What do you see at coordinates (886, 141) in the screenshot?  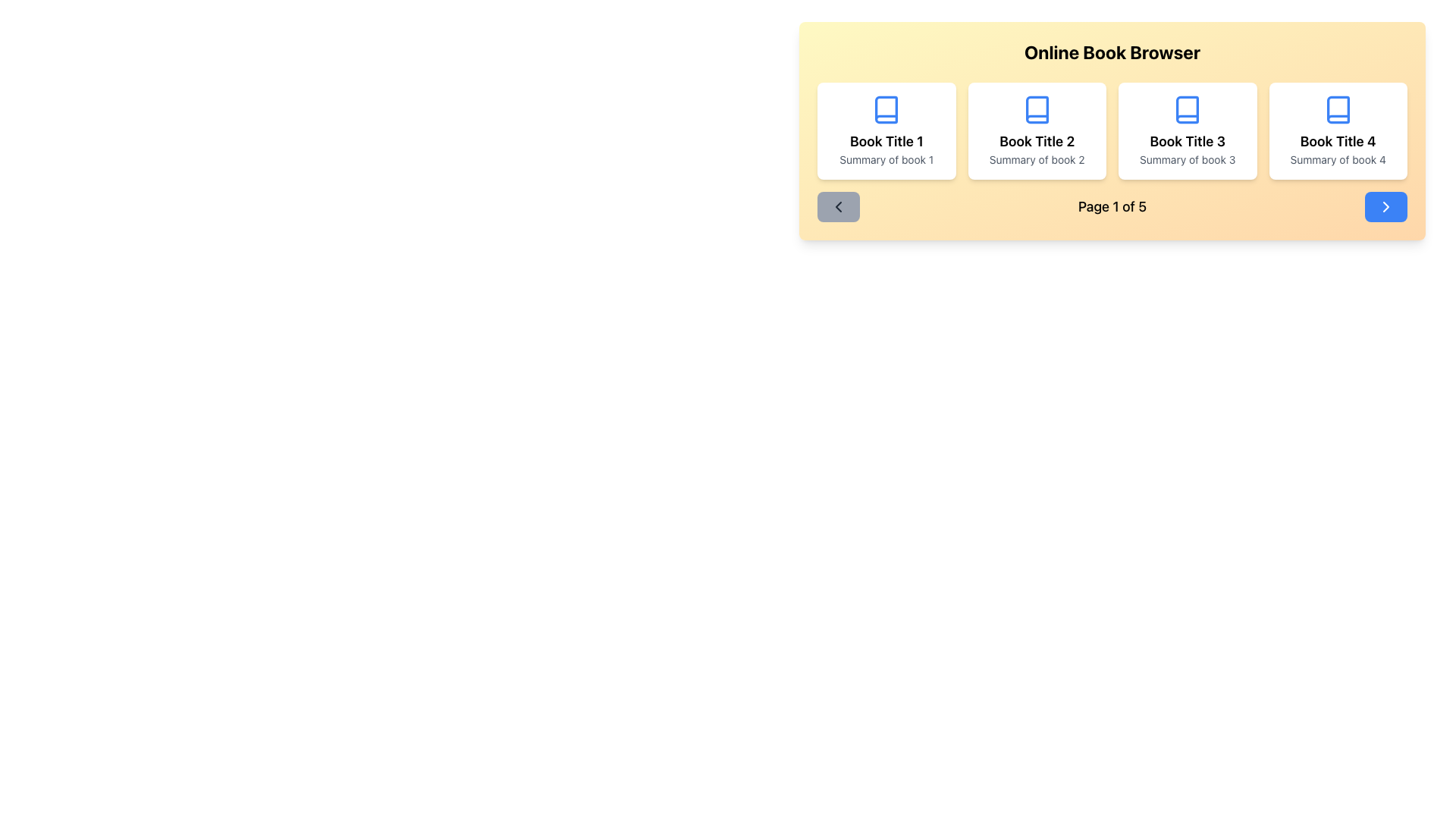 I see `text from the title label indicating the name of a book, which is centrally located beneath a book icon and above the 'Summary of book 1' label` at bounding box center [886, 141].